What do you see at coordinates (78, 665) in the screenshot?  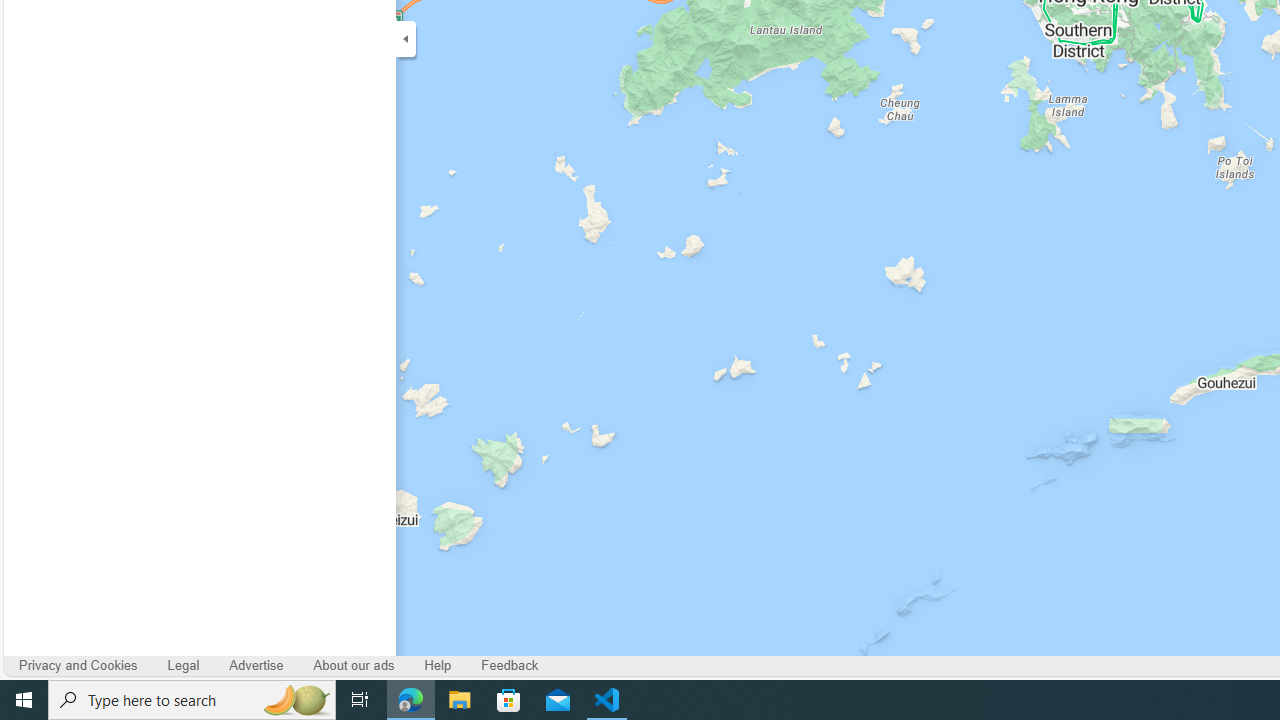 I see `'Privacy and Cookies'` at bounding box center [78, 665].